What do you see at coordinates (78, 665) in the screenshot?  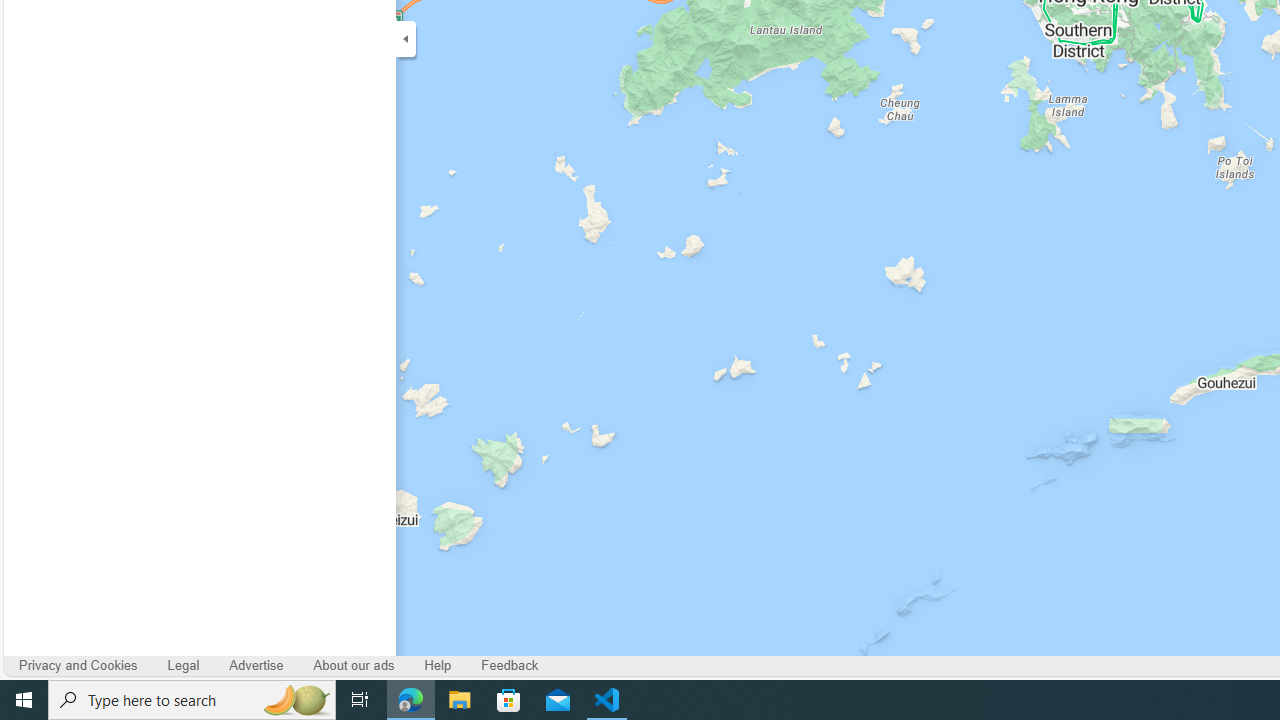 I see `'Privacy and Cookies'` at bounding box center [78, 665].